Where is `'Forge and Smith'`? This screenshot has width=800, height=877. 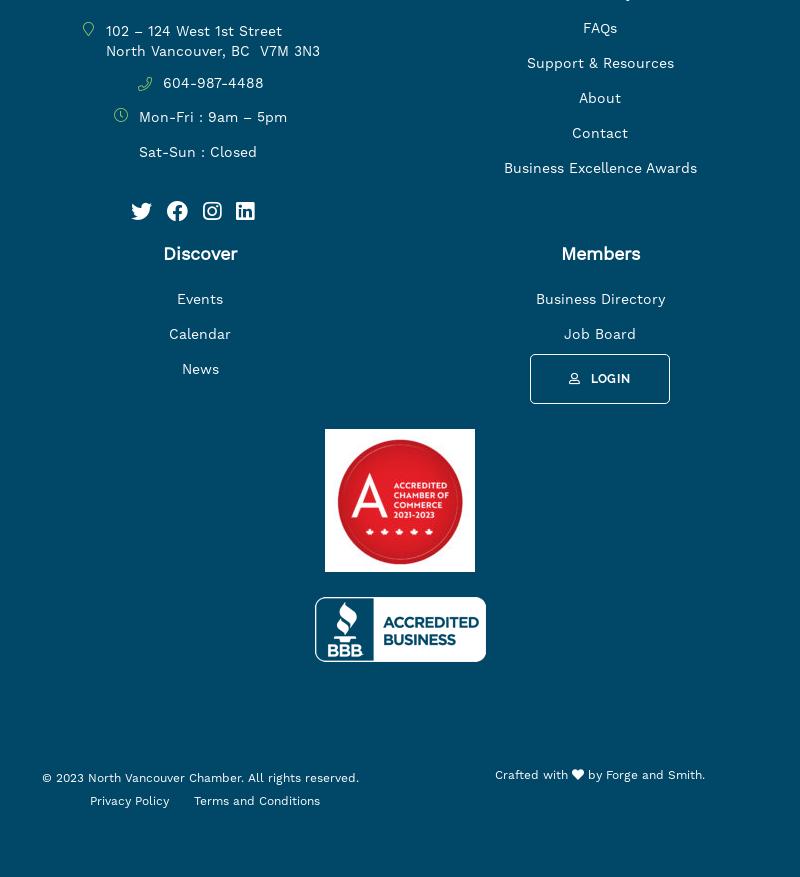 'Forge and Smith' is located at coordinates (653, 774).